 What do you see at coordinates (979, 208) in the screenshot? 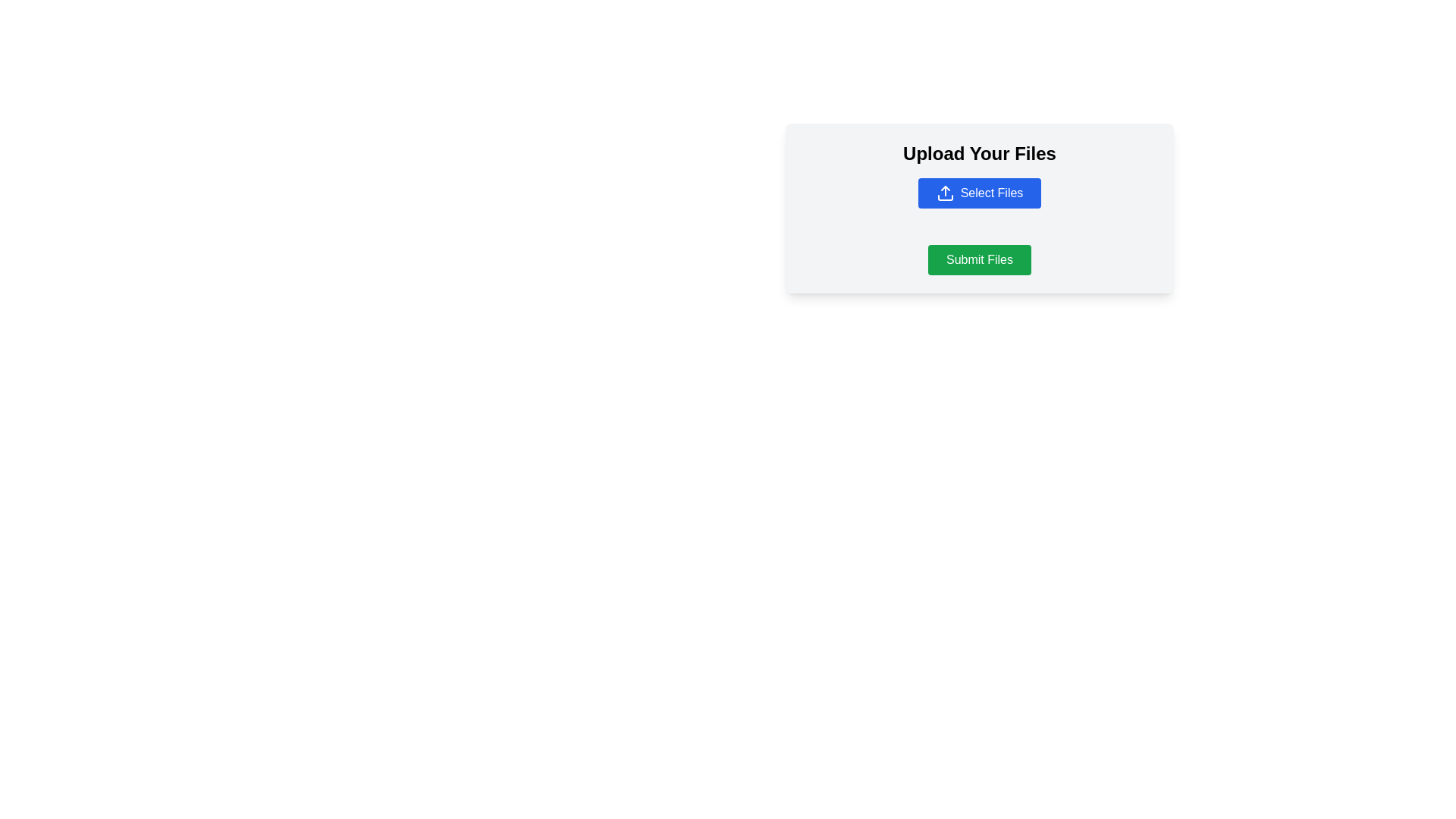
I see `the 'Upload Your Files' button, which initiates the file selection process when clicked` at bounding box center [979, 208].